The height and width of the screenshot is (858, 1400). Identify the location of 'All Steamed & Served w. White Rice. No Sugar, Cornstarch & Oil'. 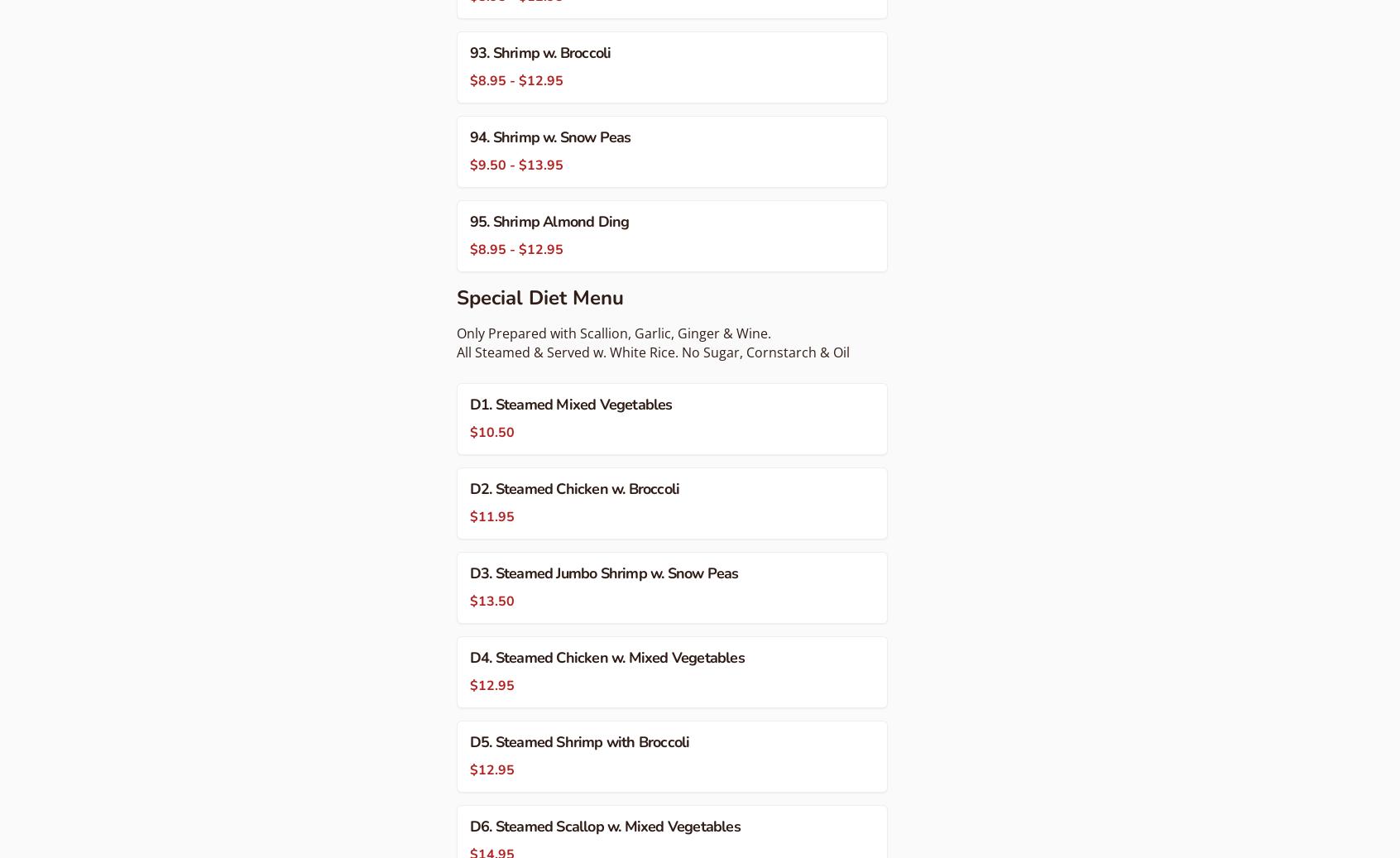
(653, 351).